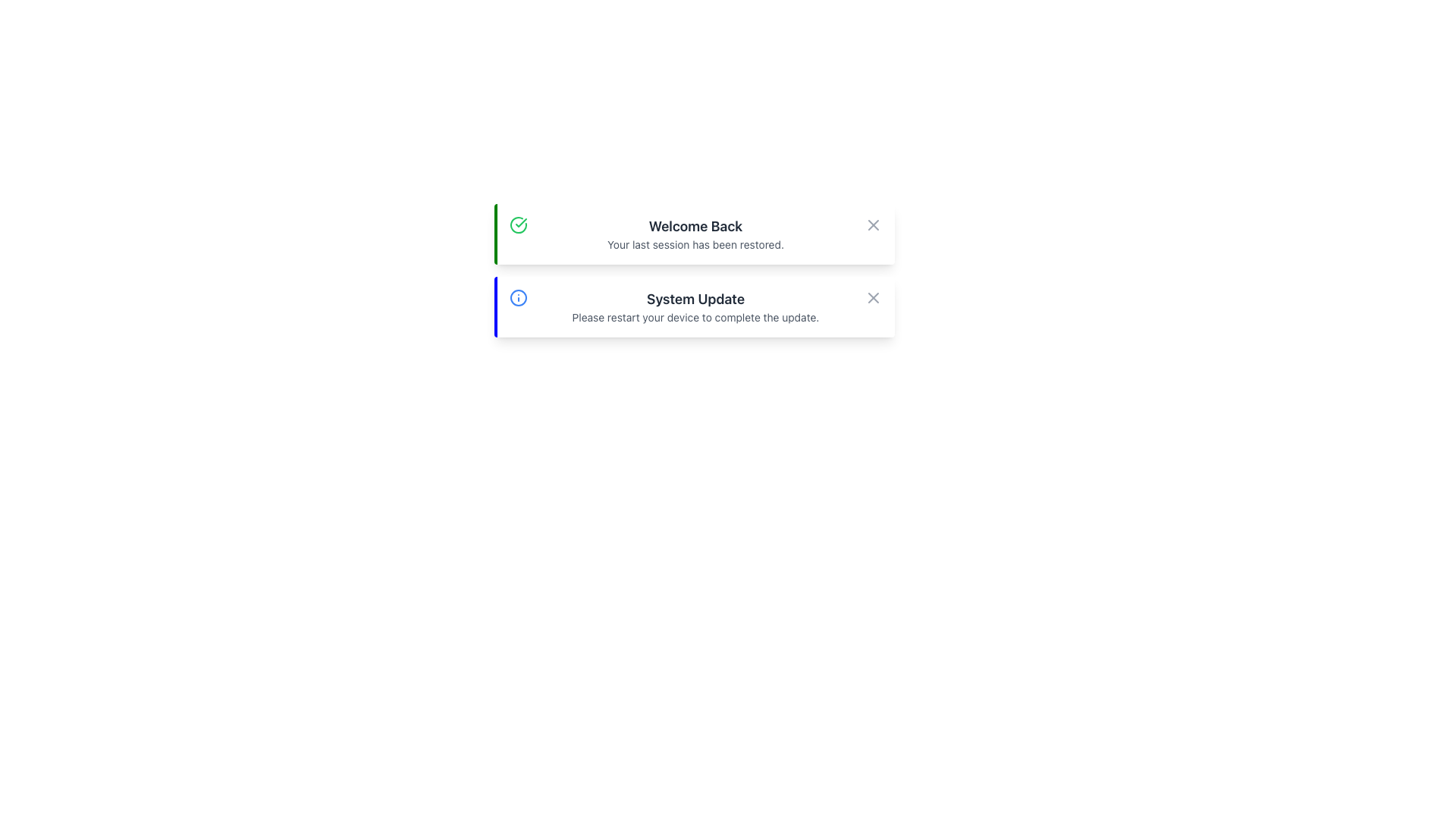 This screenshot has height=819, width=1456. What do you see at coordinates (520, 222) in the screenshot?
I see `the green checkmark icon within the circular badge located to the left of the 'Welcome Back' notification box` at bounding box center [520, 222].